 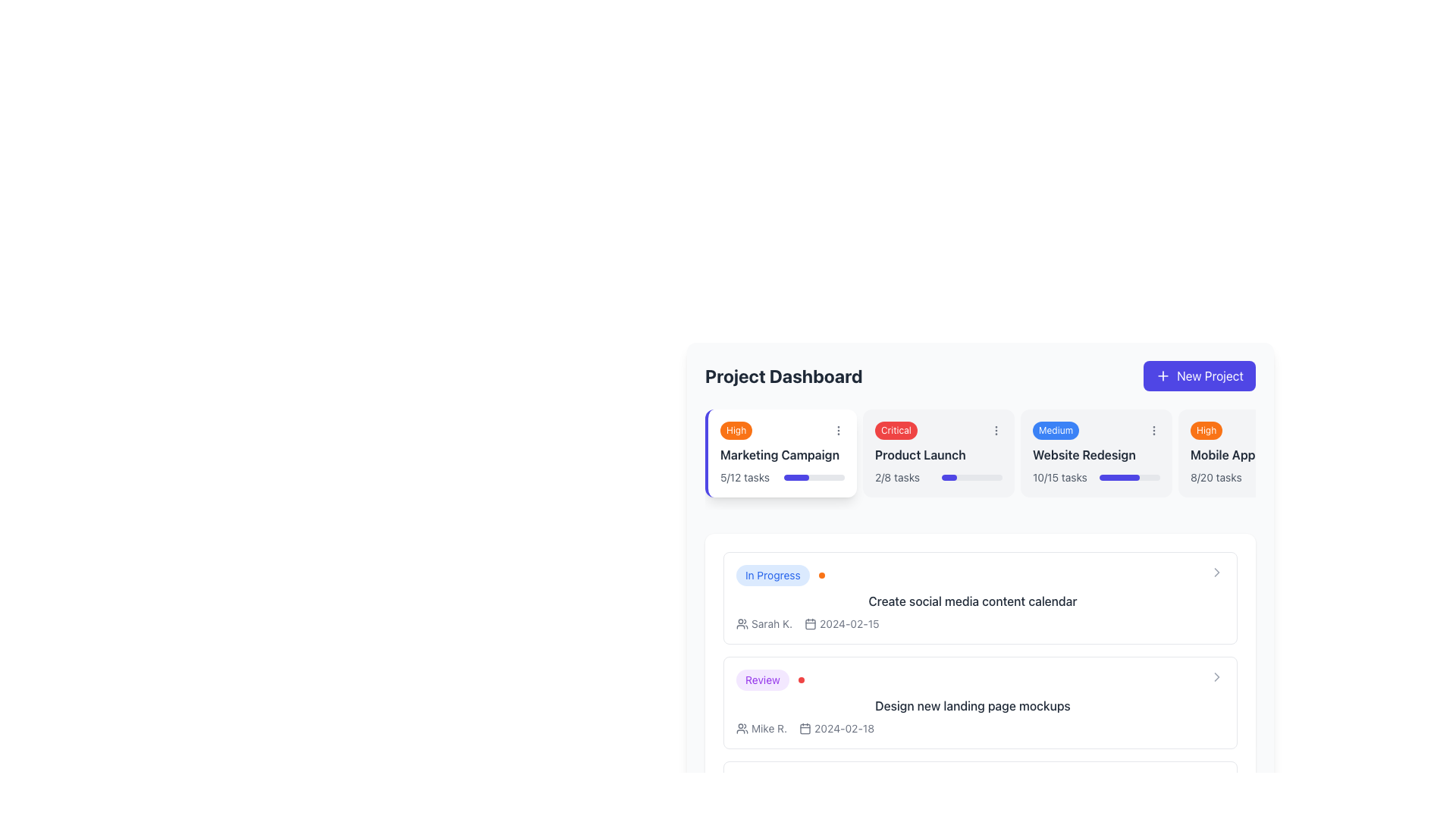 What do you see at coordinates (1216, 676) in the screenshot?
I see `the rightward-pointing chevron icon button with a gray shade and thin outline` at bounding box center [1216, 676].